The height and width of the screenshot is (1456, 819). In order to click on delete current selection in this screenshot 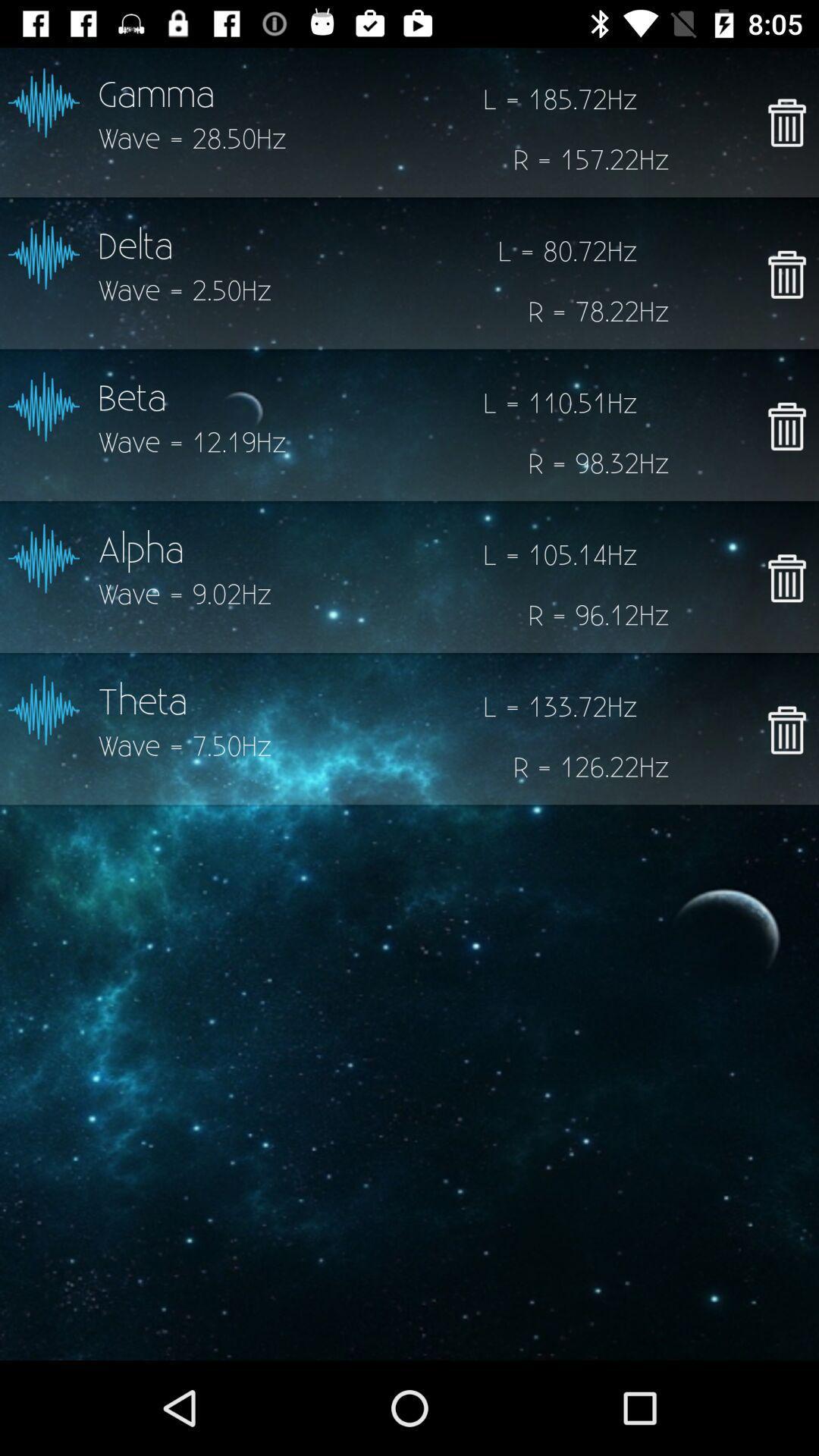, I will do `click(786, 122)`.